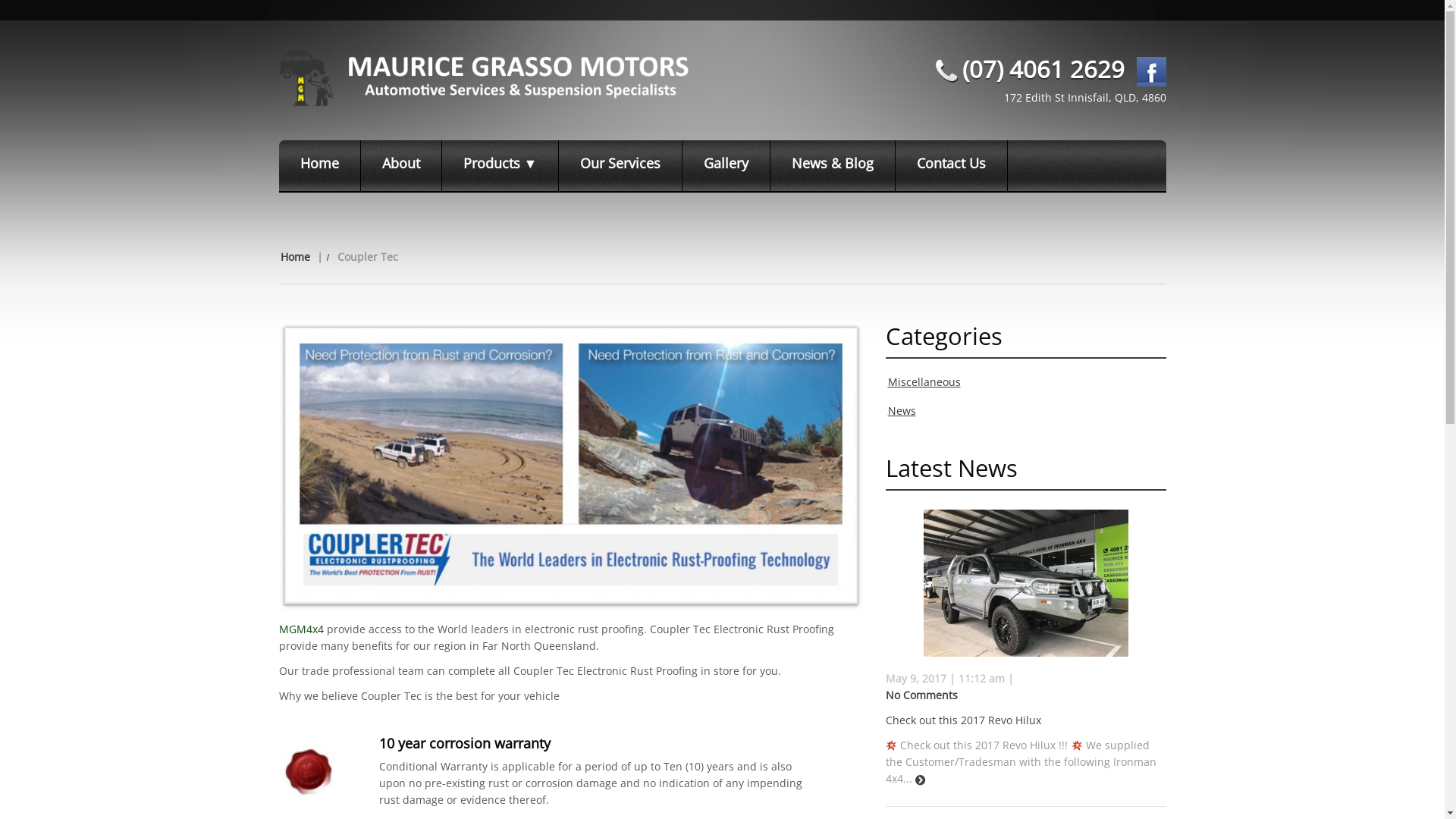 The height and width of the screenshot is (819, 1456). Describe the element at coordinates (319, 165) in the screenshot. I see `'Home'` at that location.